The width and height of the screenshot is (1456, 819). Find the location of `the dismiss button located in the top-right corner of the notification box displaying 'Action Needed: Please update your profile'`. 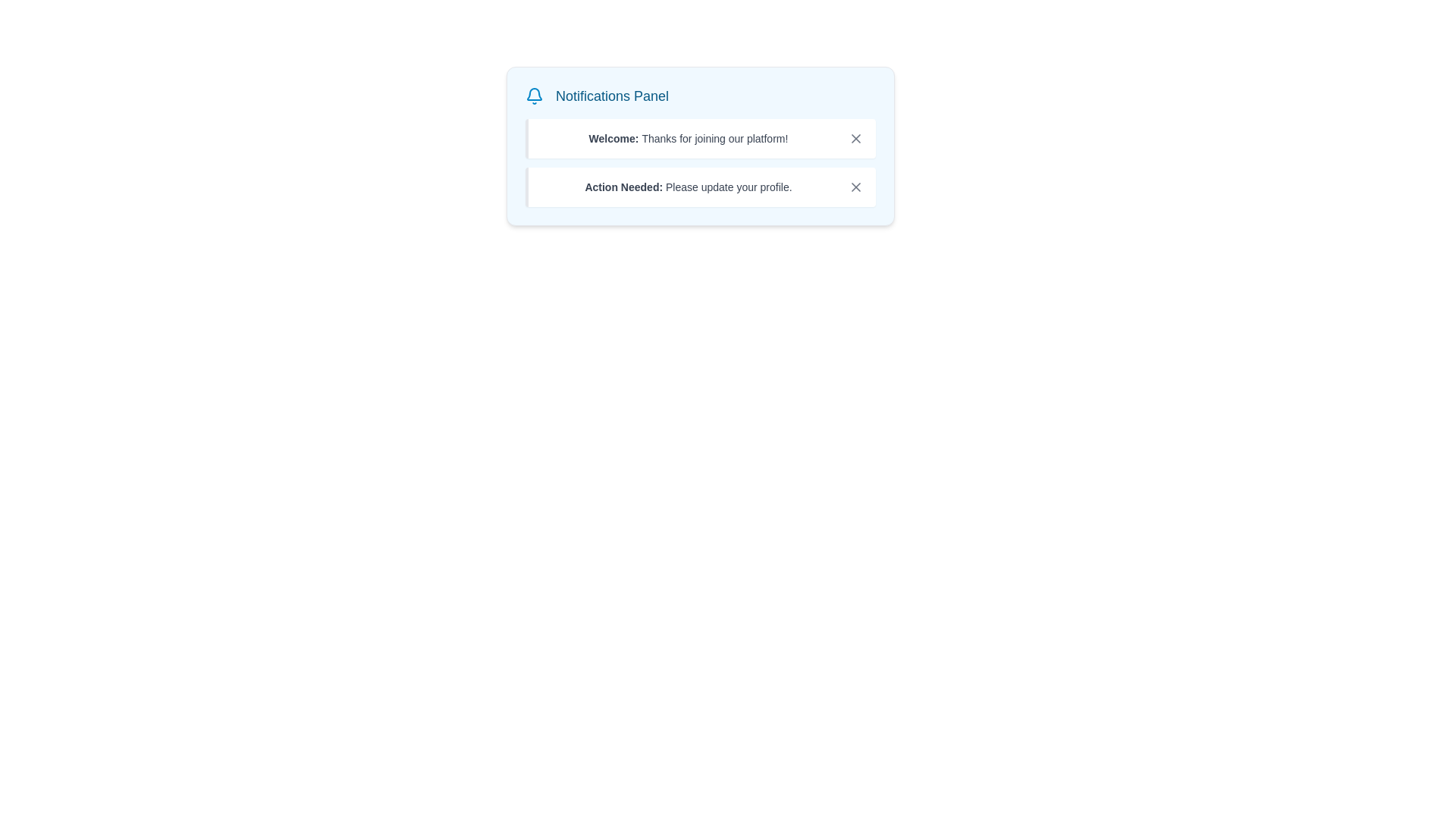

the dismiss button located in the top-right corner of the notification box displaying 'Action Needed: Please update your profile' is located at coordinates (855, 186).